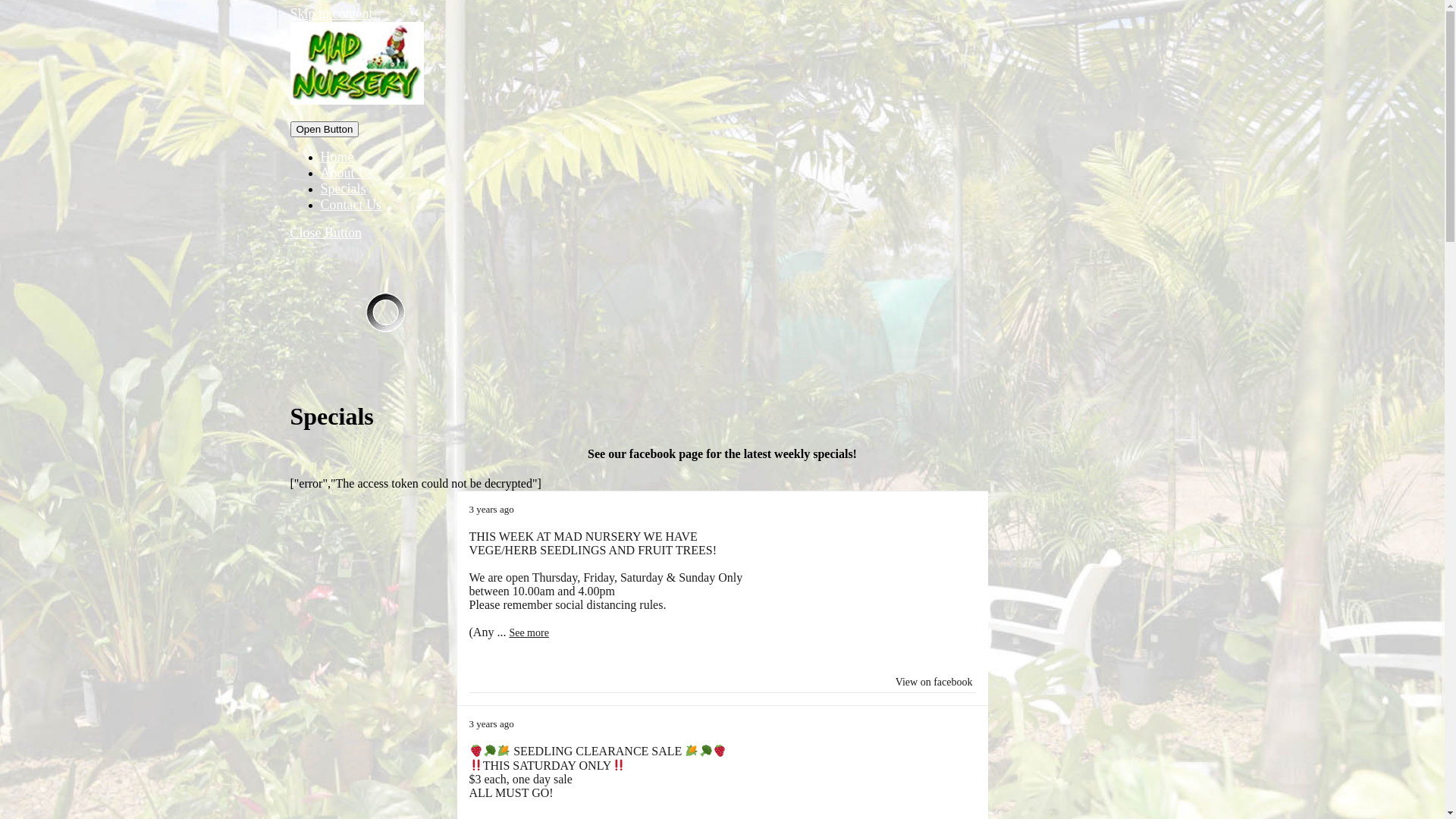 This screenshot has width=1456, height=819. I want to click on 'Specials', so click(341, 188).